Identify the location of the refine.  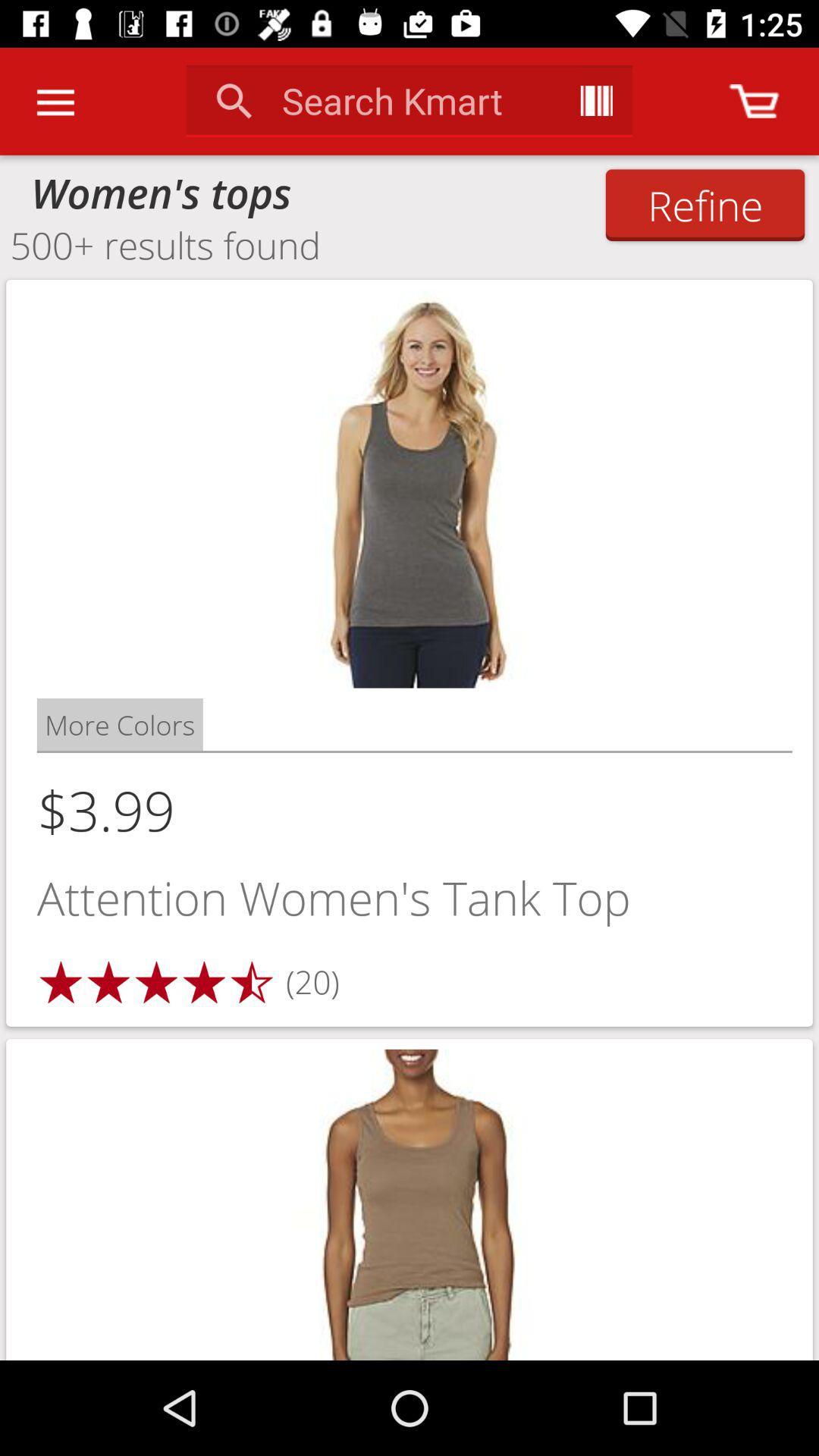
(704, 204).